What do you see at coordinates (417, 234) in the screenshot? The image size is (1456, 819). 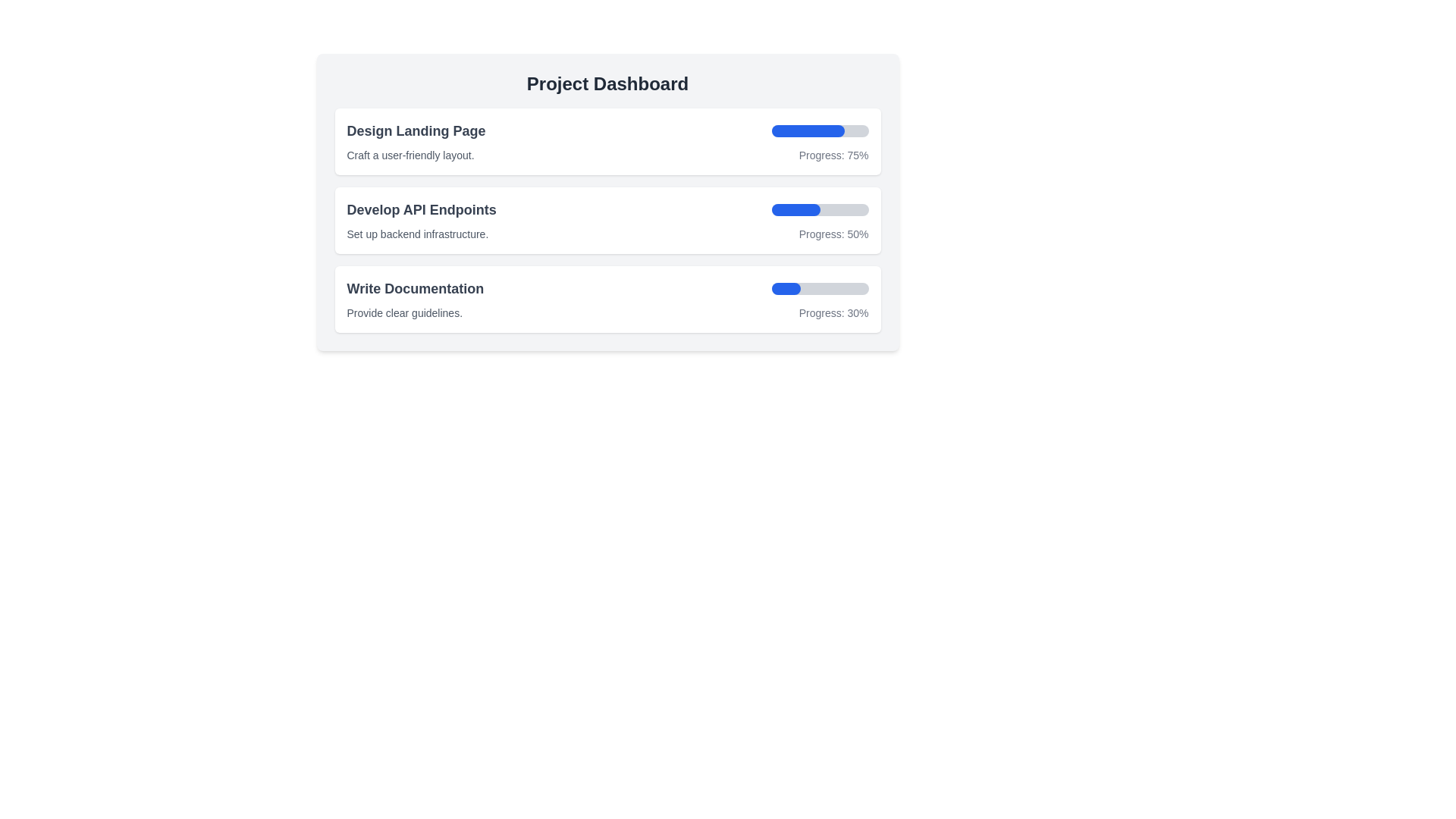 I see `text block providing additional details about the task 'Develop API Endpoints' located under the card titled 'Develop API Endpoints' in the 'Project Dashboard' section` at bounding box center [417, 234].